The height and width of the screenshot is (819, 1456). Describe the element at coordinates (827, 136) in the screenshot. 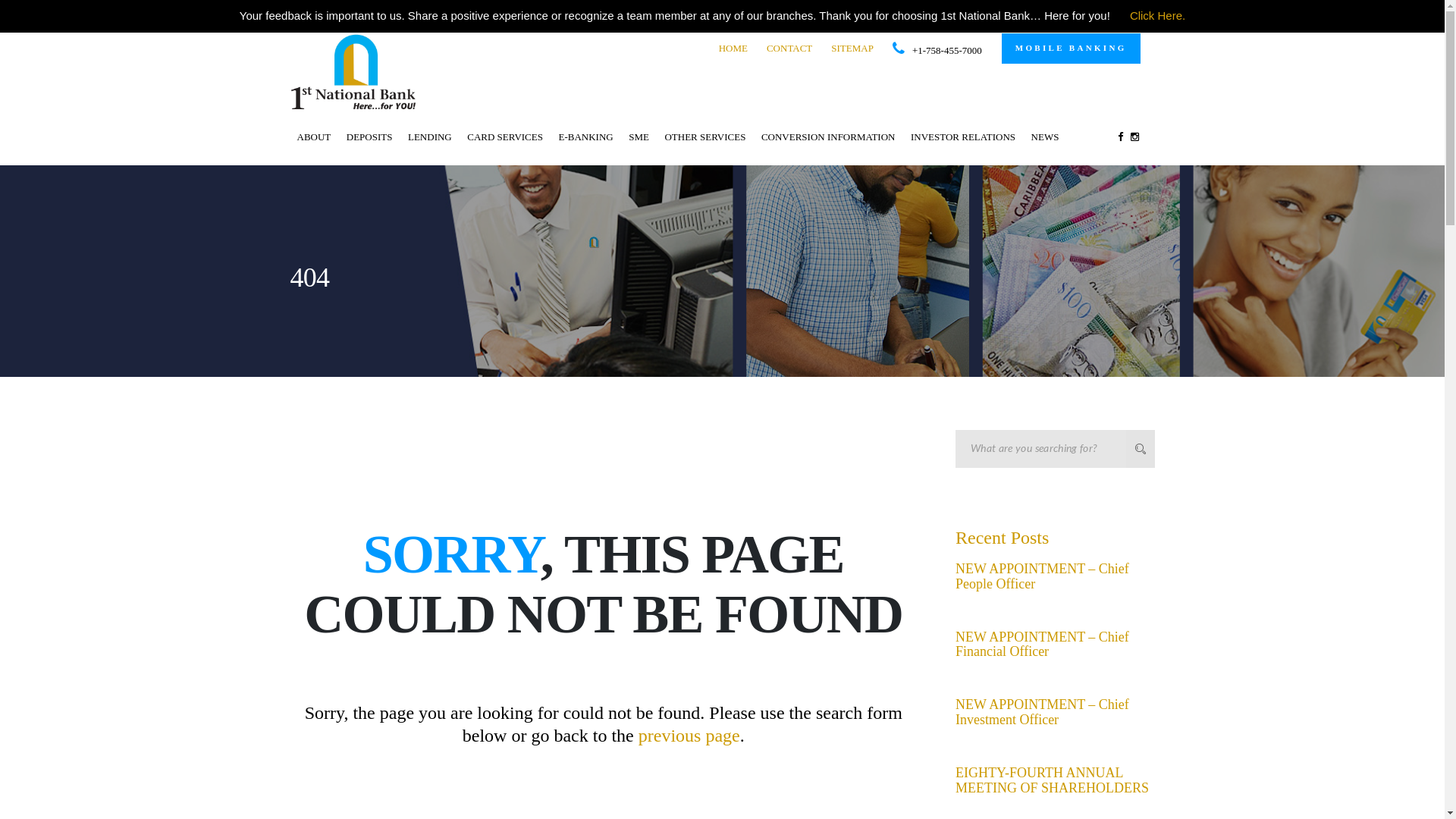

I see `'CONVERSION INFORMATION'` at that location.